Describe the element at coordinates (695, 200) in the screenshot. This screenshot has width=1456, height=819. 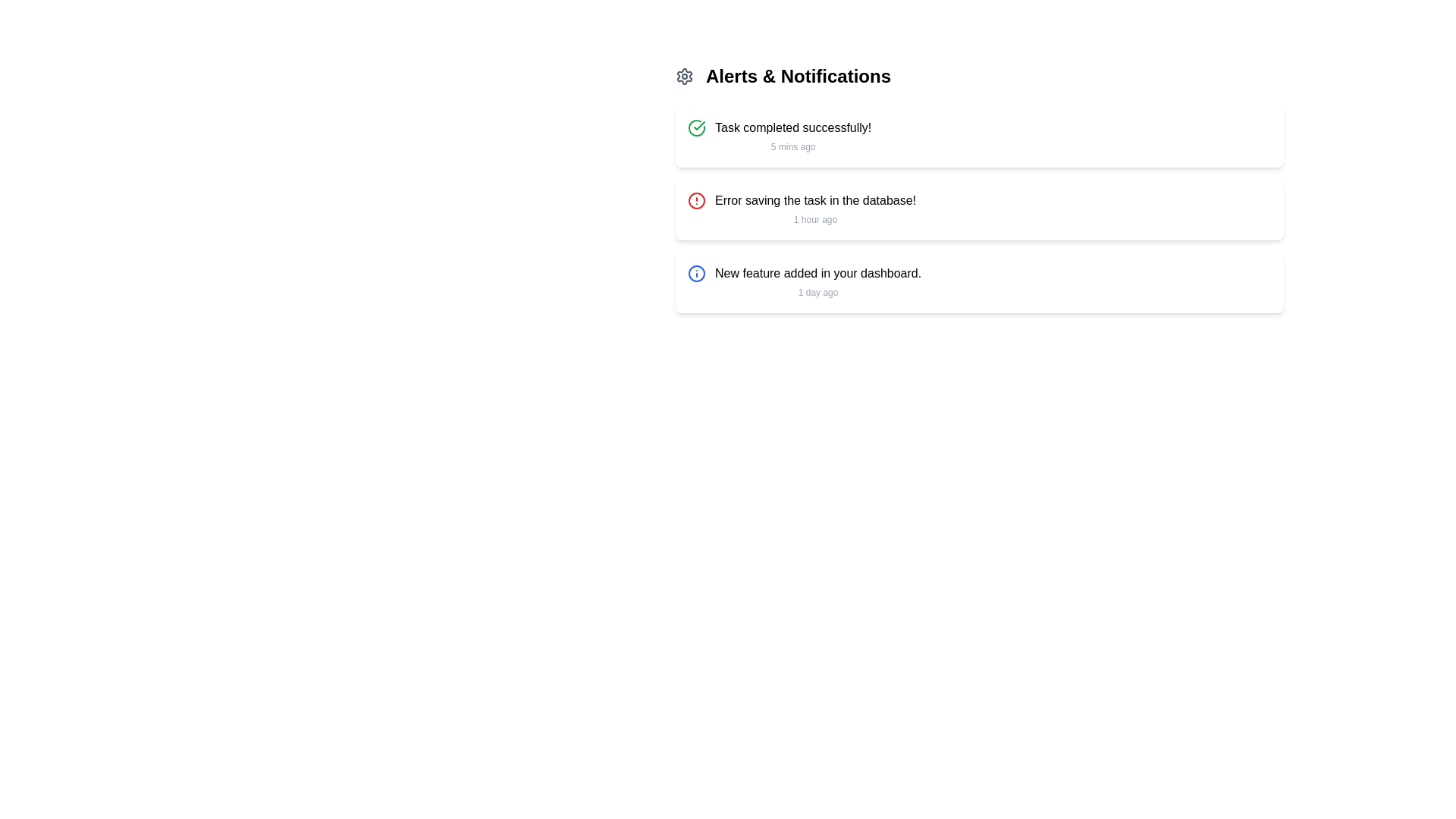
I see `the error alert icon located at the start of the second notification item in the 'Alerts & Notifications' list` at that location.